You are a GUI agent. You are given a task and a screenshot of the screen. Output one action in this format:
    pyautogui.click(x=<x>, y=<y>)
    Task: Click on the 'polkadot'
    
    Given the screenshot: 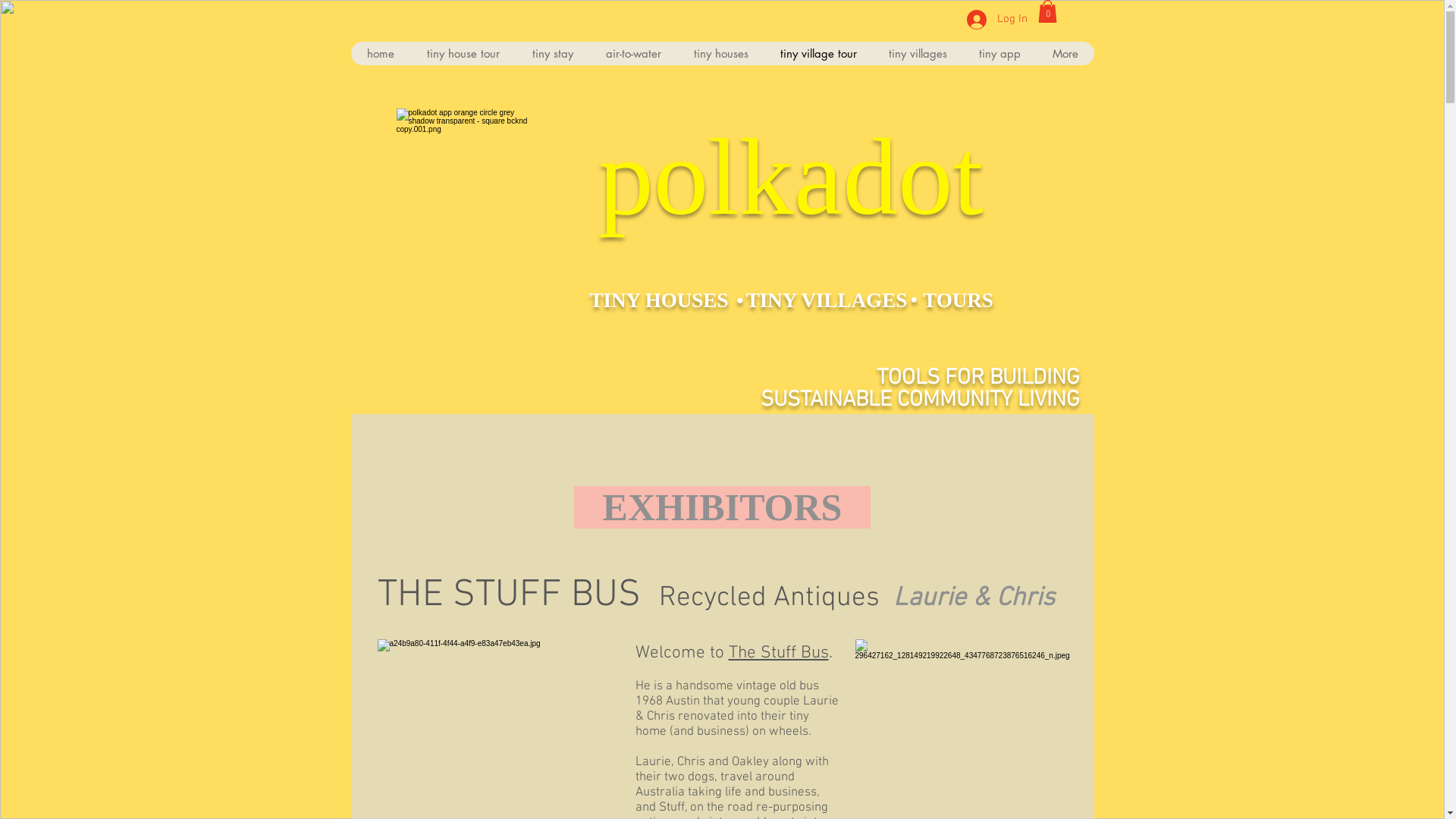 What is the action you would take?
    pyautogui.click(x=789, y=175)
    